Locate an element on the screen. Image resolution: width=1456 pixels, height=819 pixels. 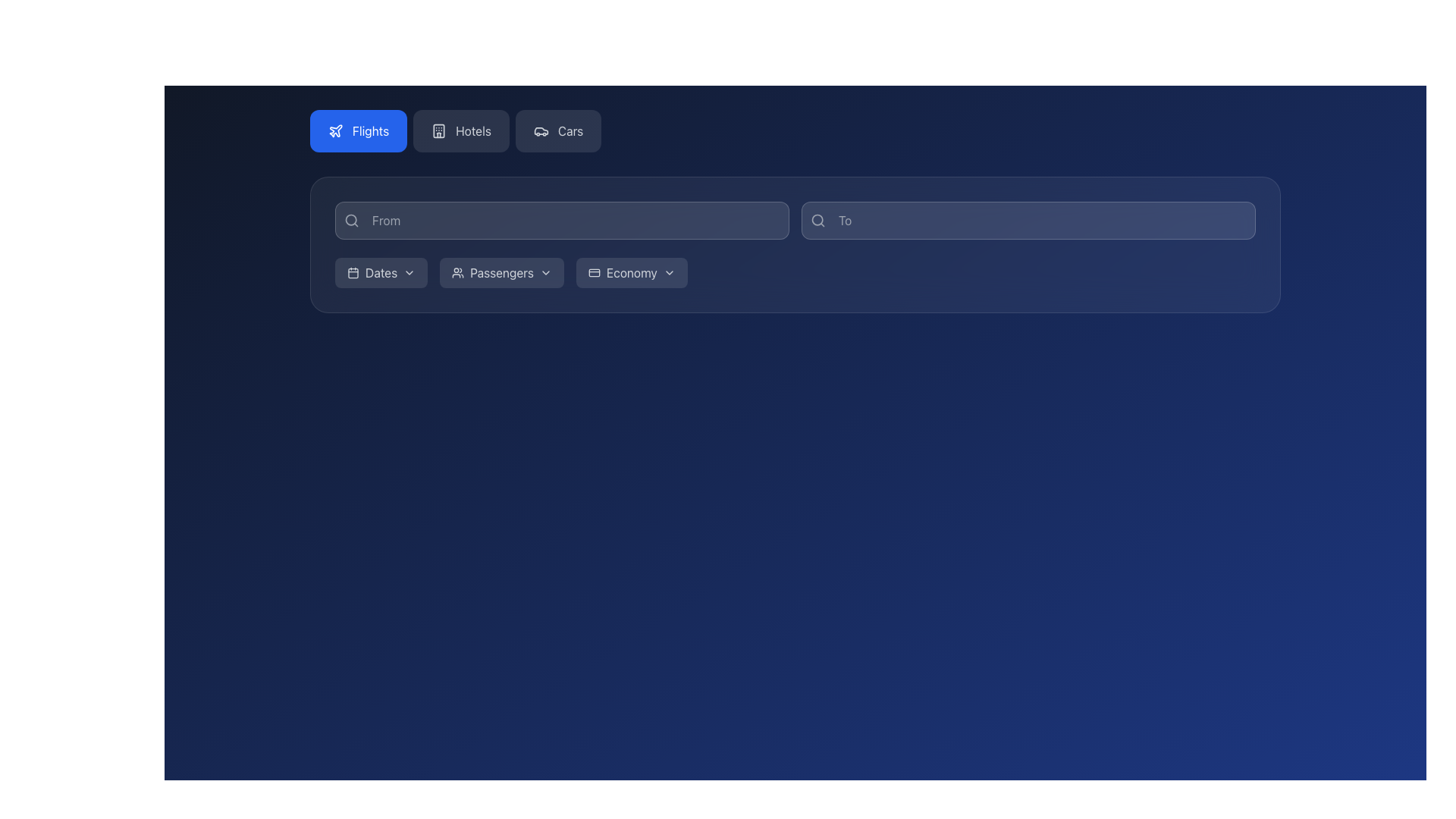
the car icon within the 'Cars' button located on the top navigation bar, which is centered at the coordinates provided is located at coordinates (541, 130).